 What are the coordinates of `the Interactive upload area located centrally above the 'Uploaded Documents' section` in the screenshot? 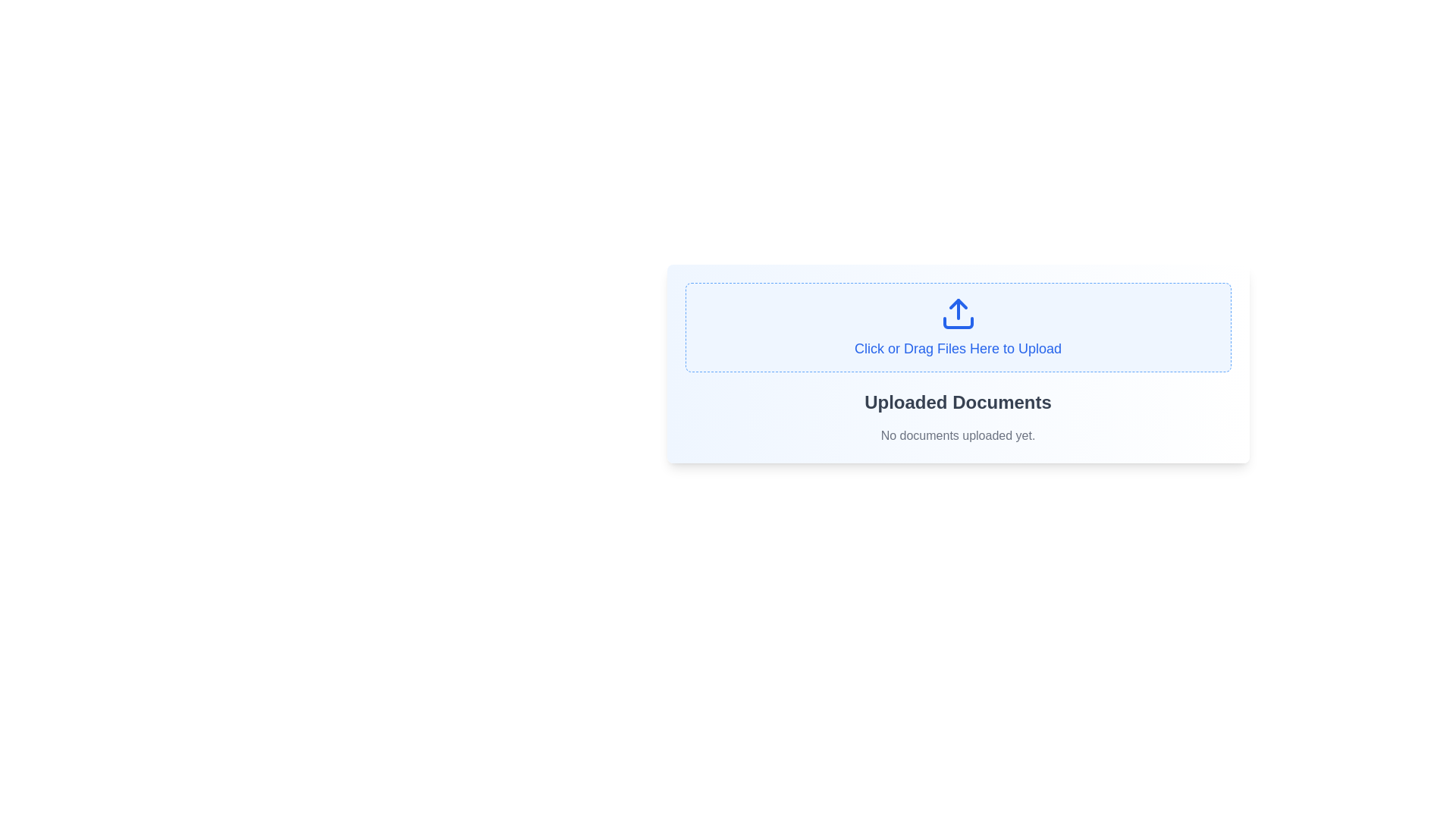 It's located at (957, 363).